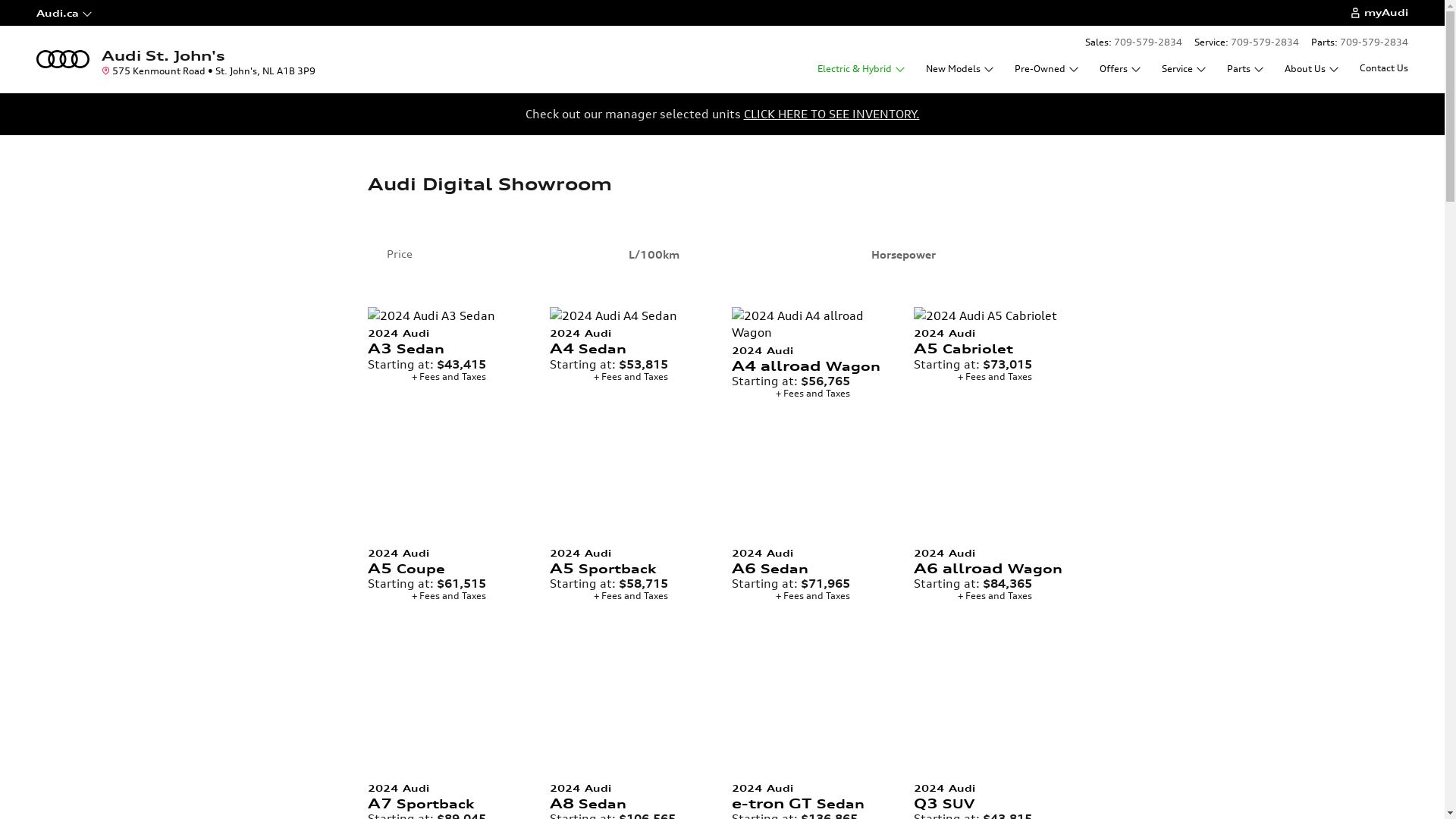  Describe the element at coordinates (93, 12) in the screenshot. I see `'Audi.ca'` at that location.